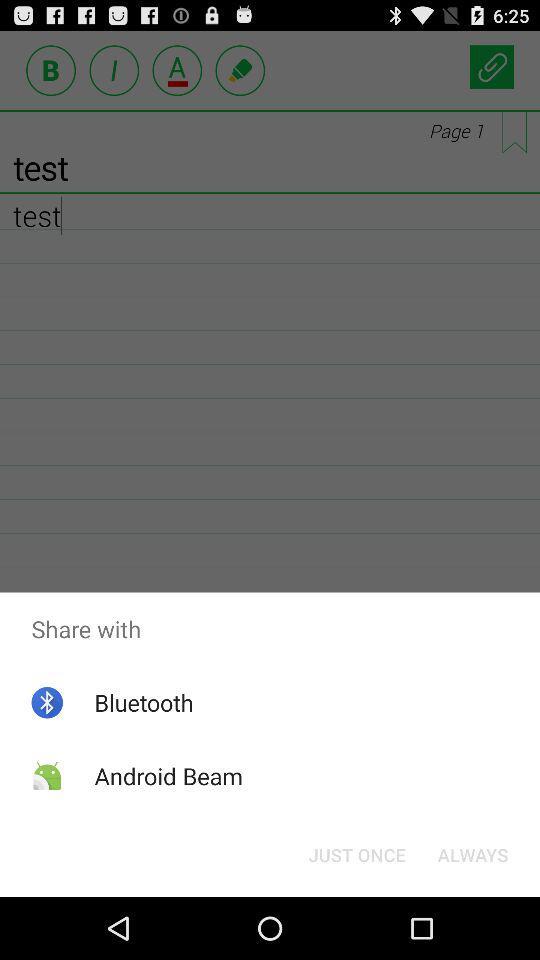 This screenshot has width=540, height=960. What do you see at coordinates (356, 853) in the screenshot?
I see `just once item` at bounding box center [356, 853].